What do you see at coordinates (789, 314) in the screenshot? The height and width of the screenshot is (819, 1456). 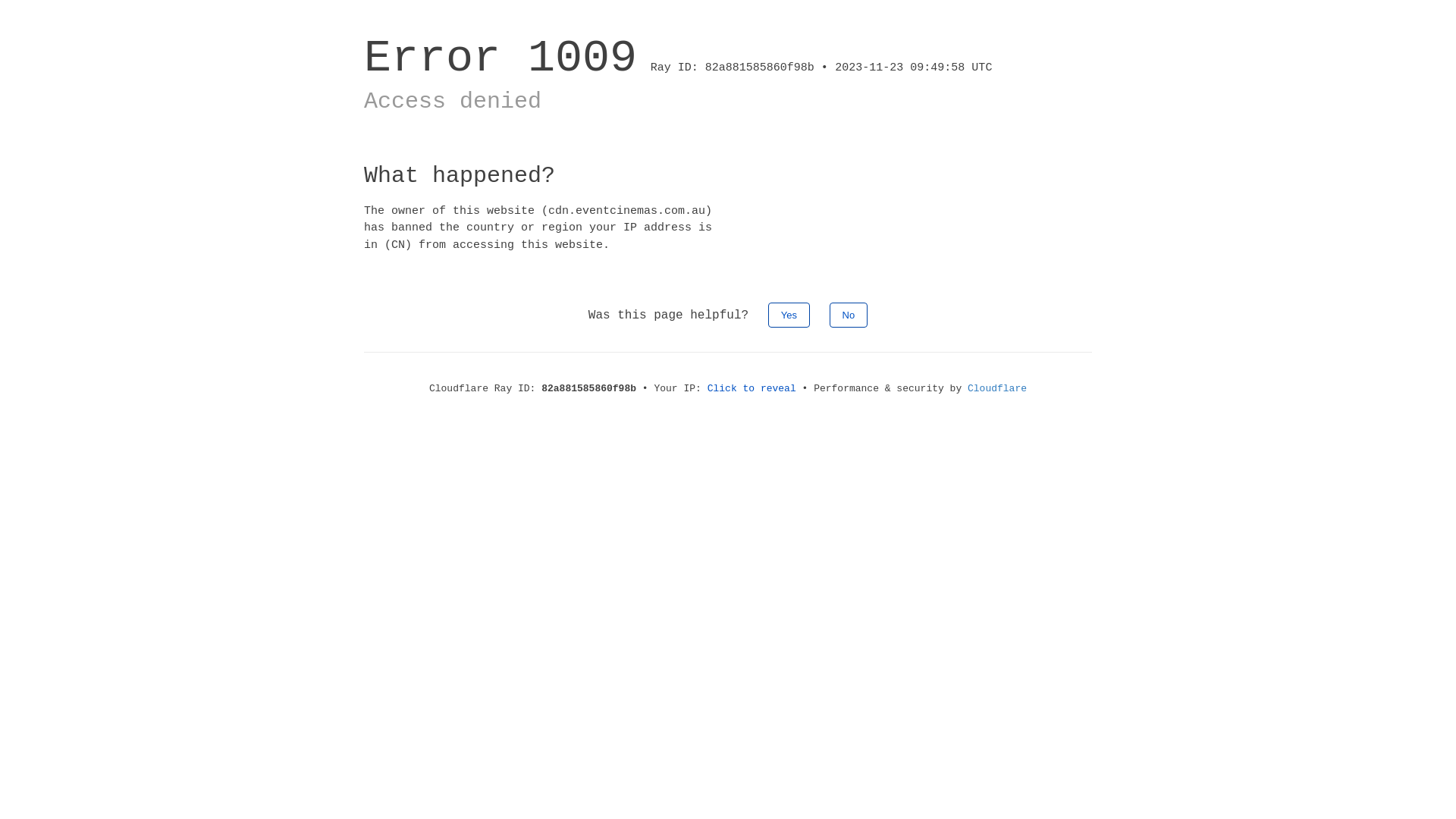 I see `'Yes'` at bounding box center [789, 314].